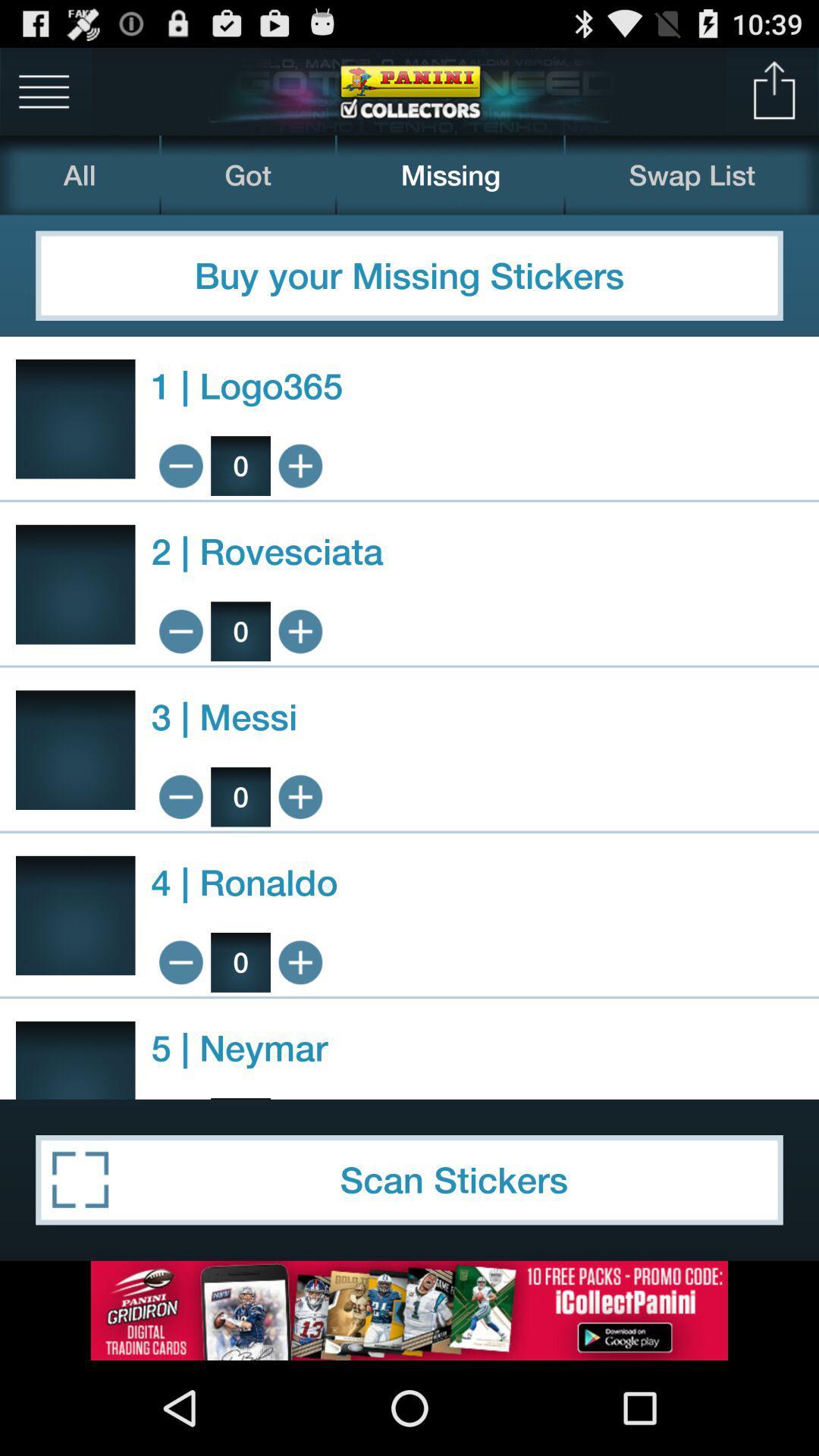 Image resolution: width=819 pixels, height=1456 pixels. Describe the element at coordinates (180, 962) in the screenshot. I see `to less the added order by 1` at that location.